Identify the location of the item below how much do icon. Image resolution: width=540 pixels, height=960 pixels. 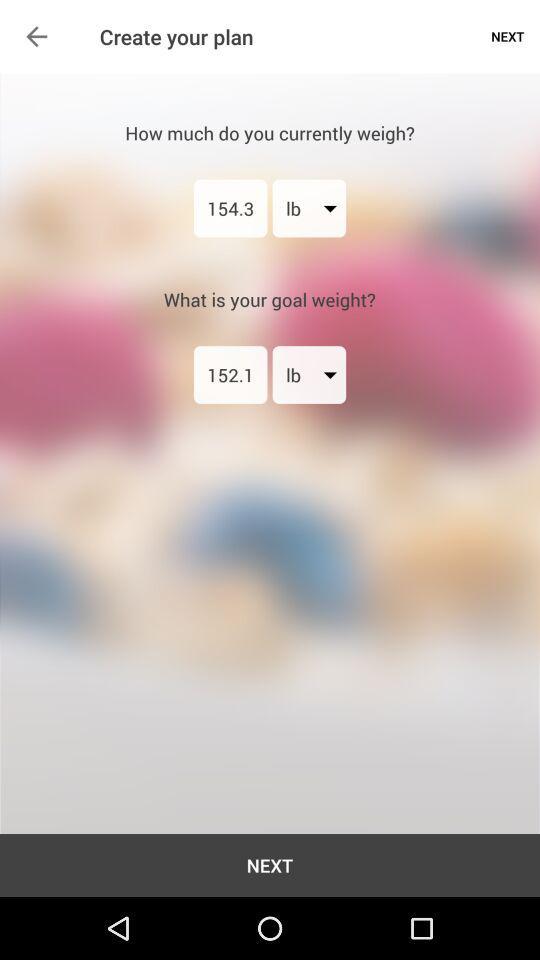
(229, 208).